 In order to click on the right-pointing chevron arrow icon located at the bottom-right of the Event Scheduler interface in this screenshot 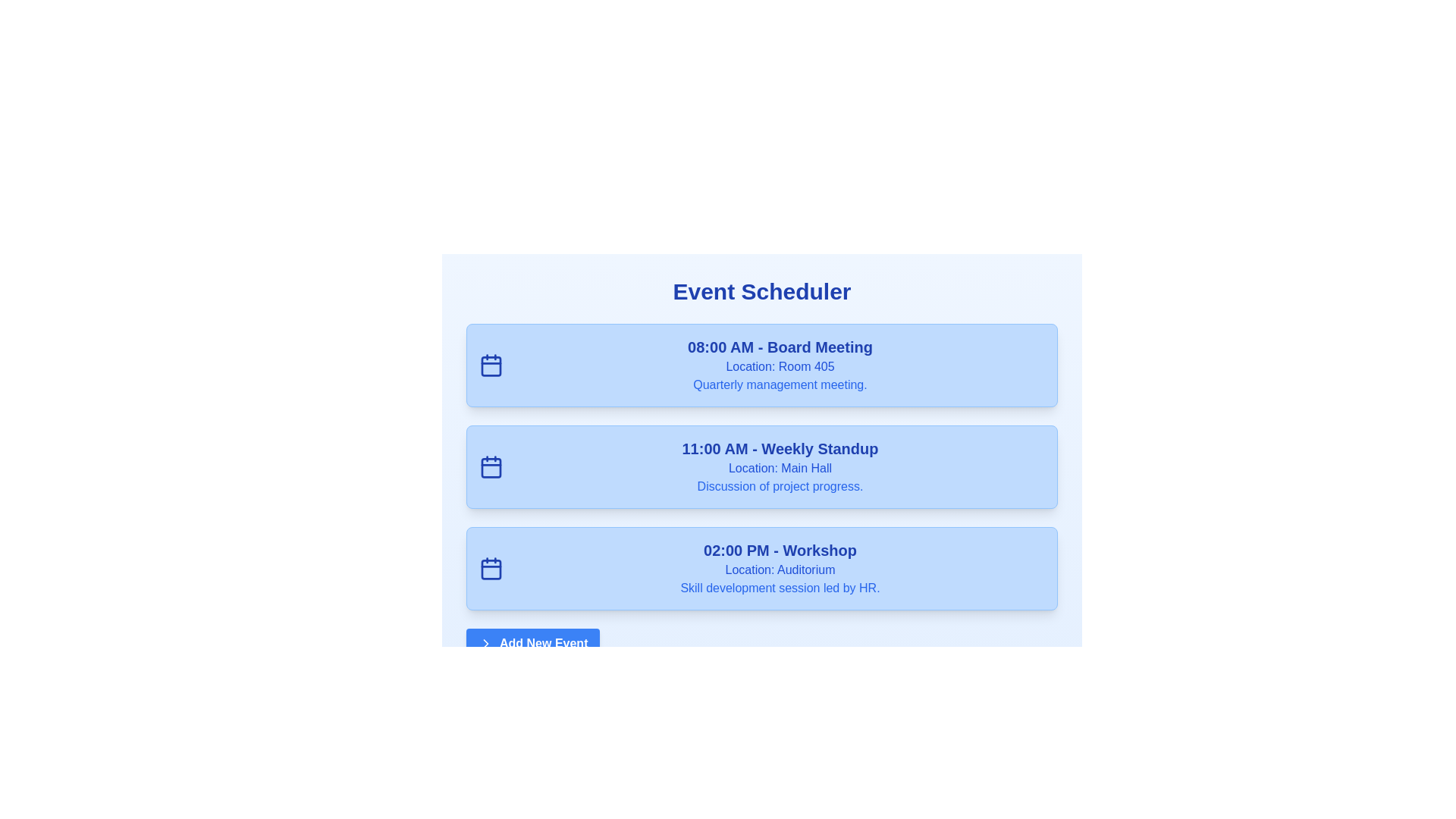, I will do `click(486, 643)`.